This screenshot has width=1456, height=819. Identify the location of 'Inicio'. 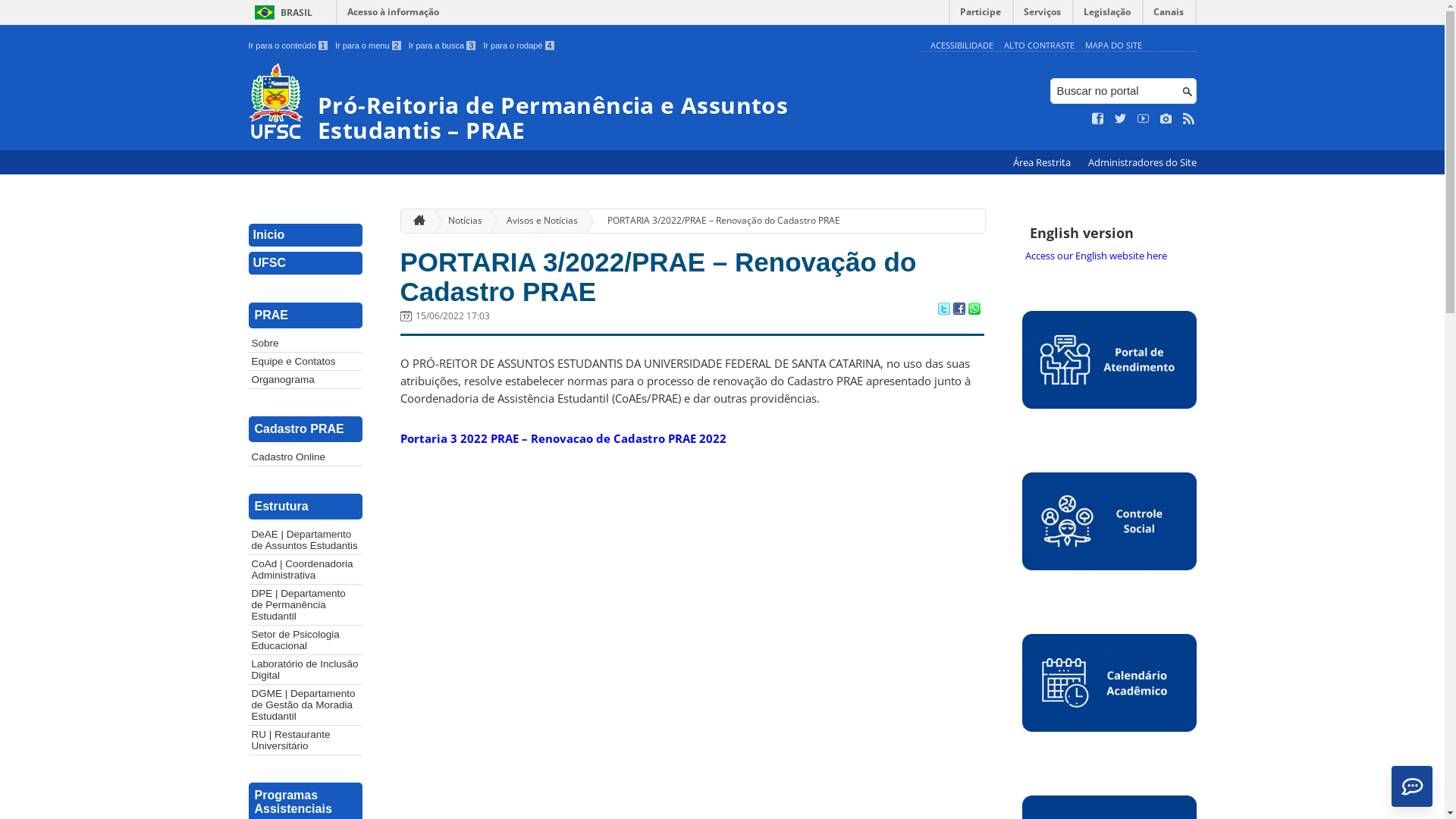
(305, 235).